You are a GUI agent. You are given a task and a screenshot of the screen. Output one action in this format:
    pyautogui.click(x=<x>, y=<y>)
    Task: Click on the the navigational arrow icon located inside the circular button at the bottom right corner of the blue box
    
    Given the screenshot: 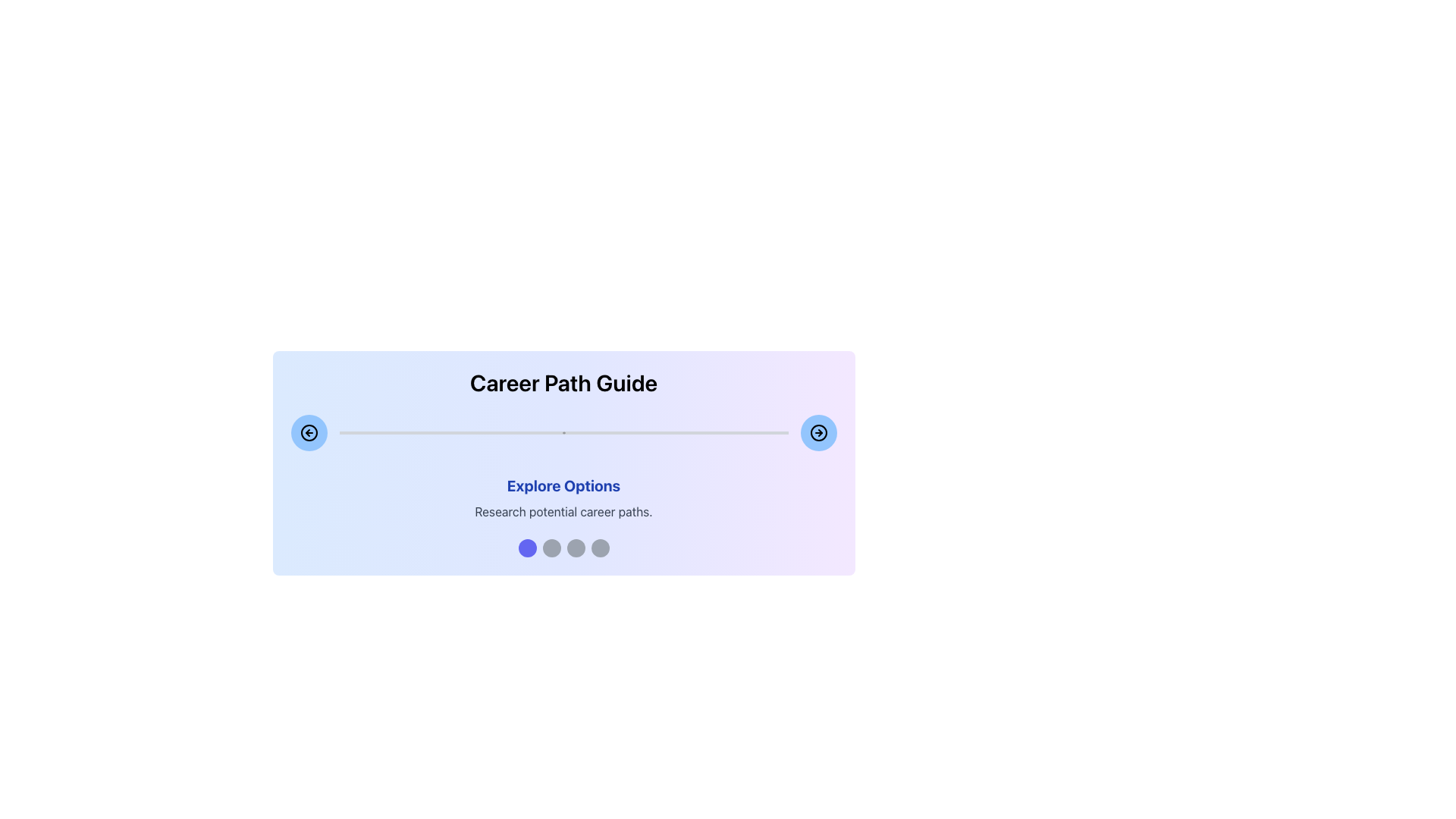 What is the action you would take?
    pyautogui.click(x=817, y=432)
    